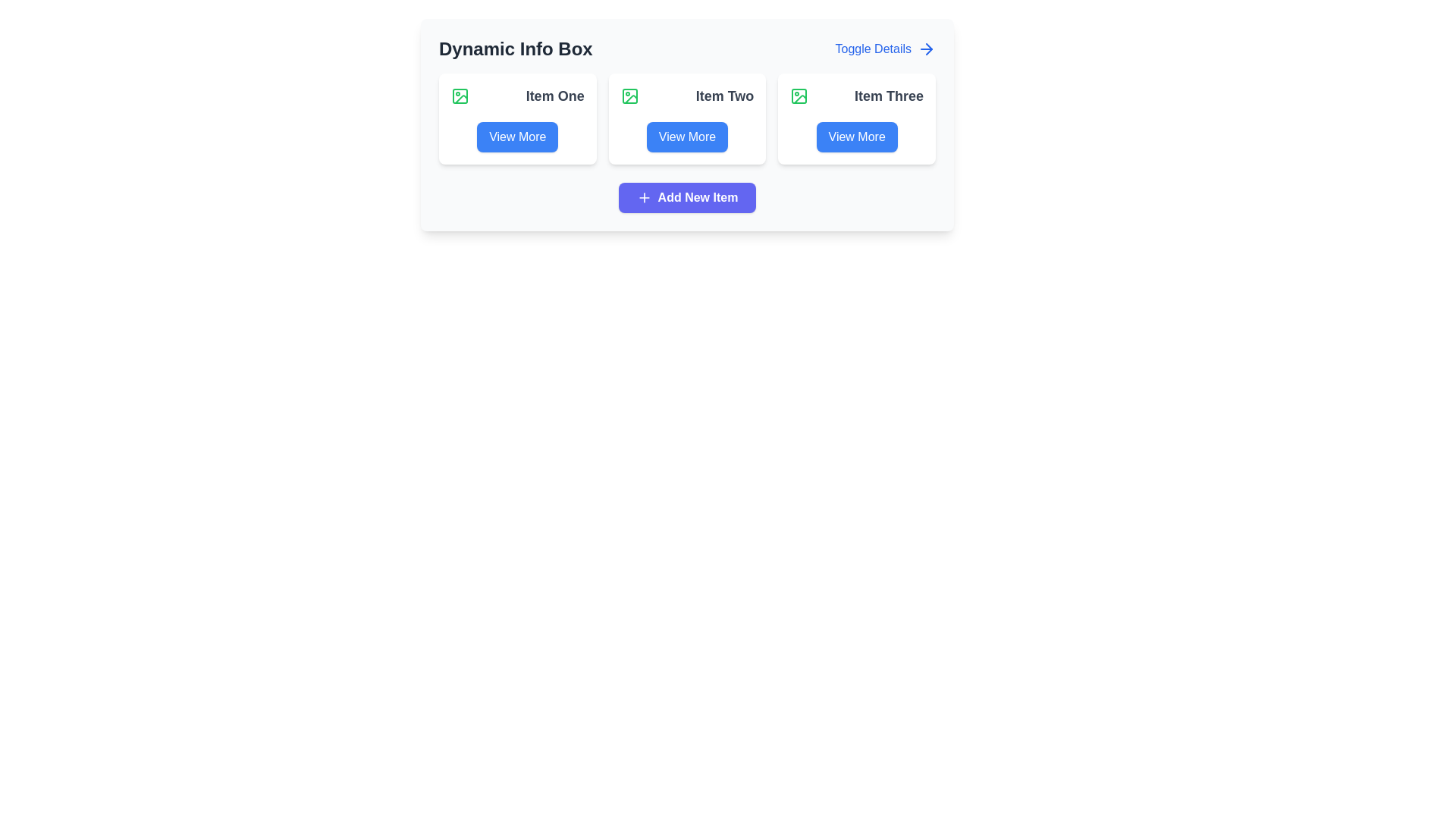  Describe the element at coordinates (686, 137) in the screenshot. I see `the rectangular button labeled 'View More' with a blue background and white text, positioned between the 'Item One' and 'Item Three' buttons in the 'Item Two' card` at that location.